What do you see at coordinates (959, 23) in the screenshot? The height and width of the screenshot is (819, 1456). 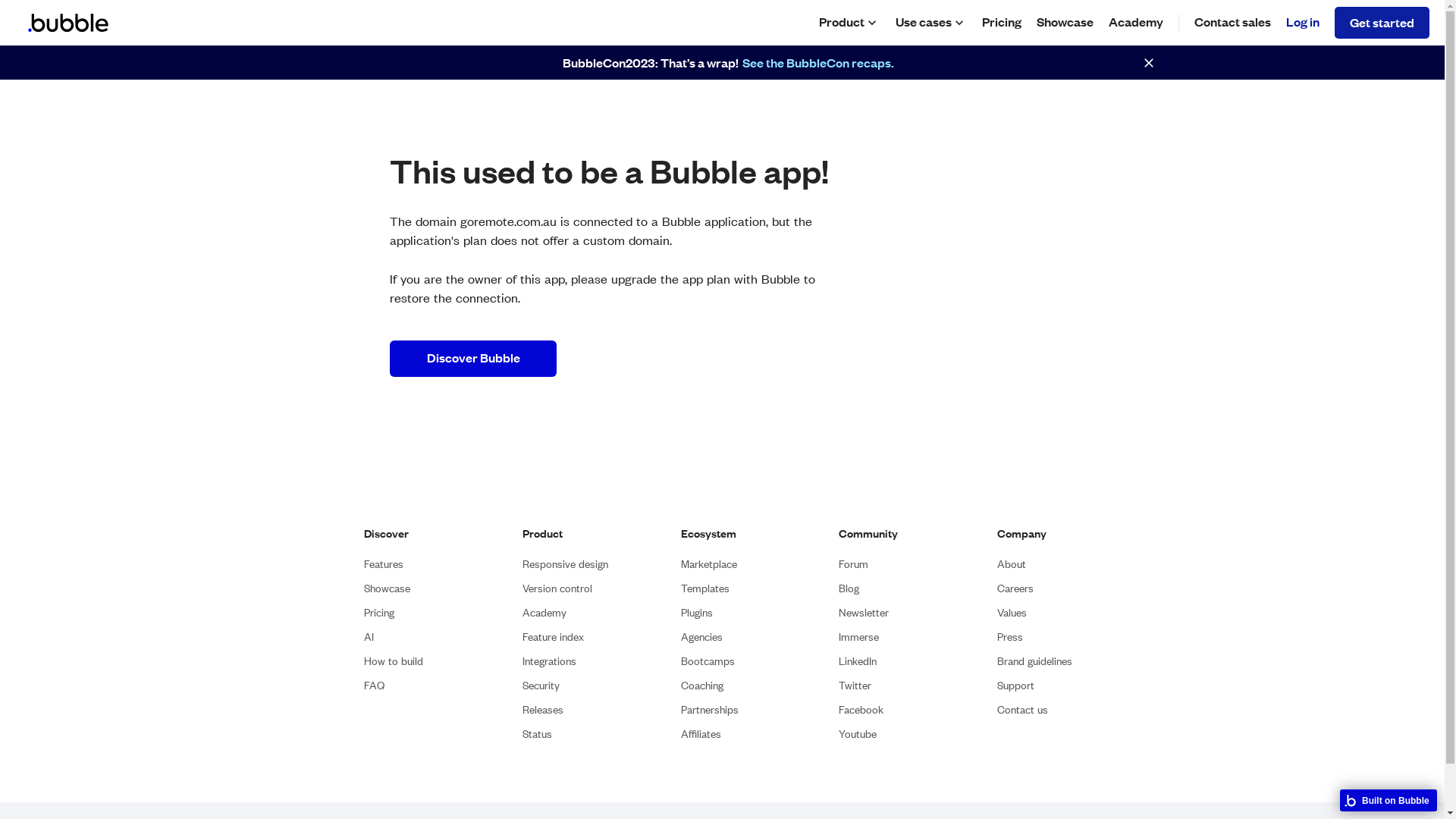 I see `'keyboard_arrow_down'` at bounding box center [959, 23].